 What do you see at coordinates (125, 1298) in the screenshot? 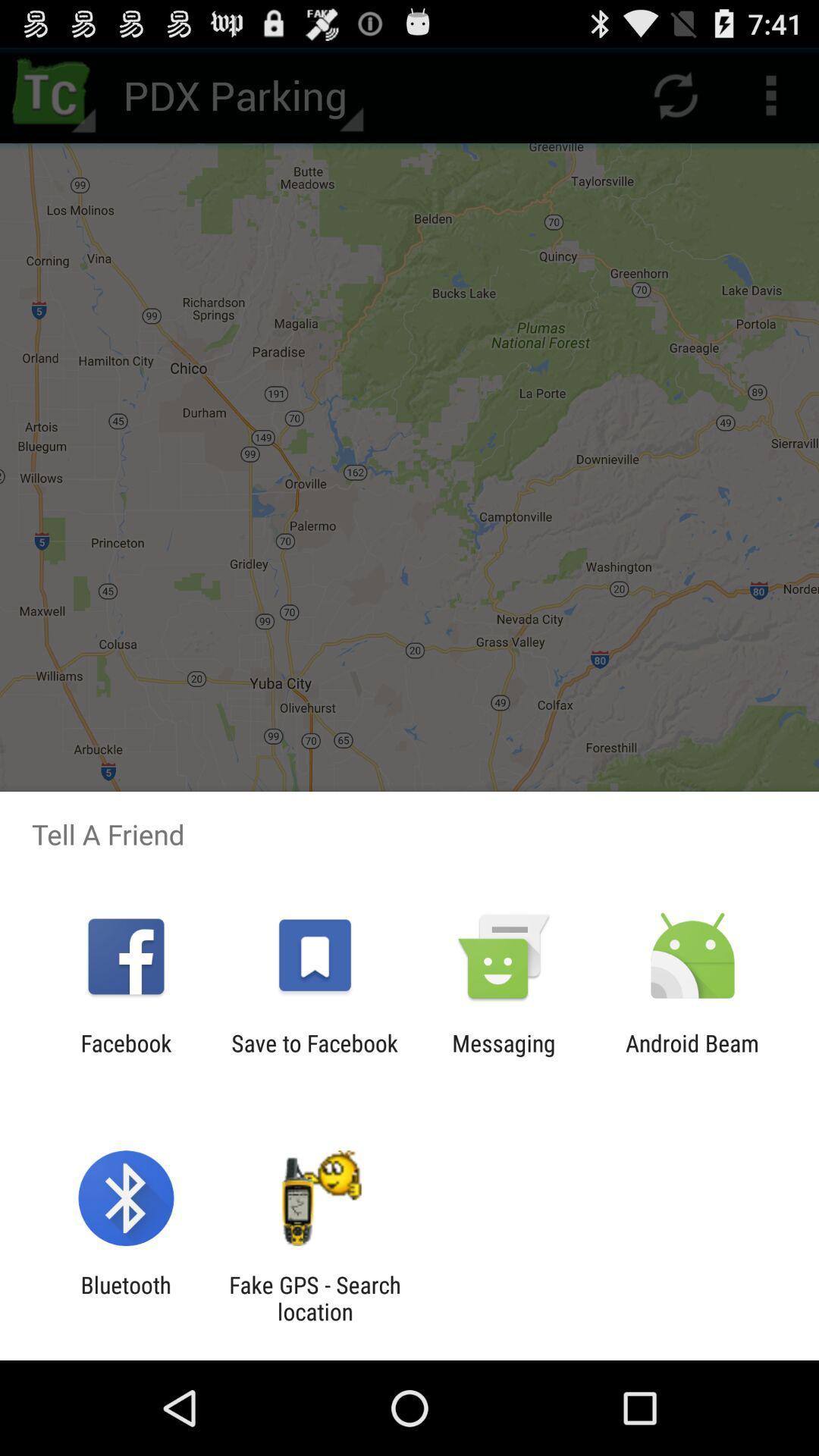
I see `the icon next to fake gps search` at bounding box center [125, 1298].